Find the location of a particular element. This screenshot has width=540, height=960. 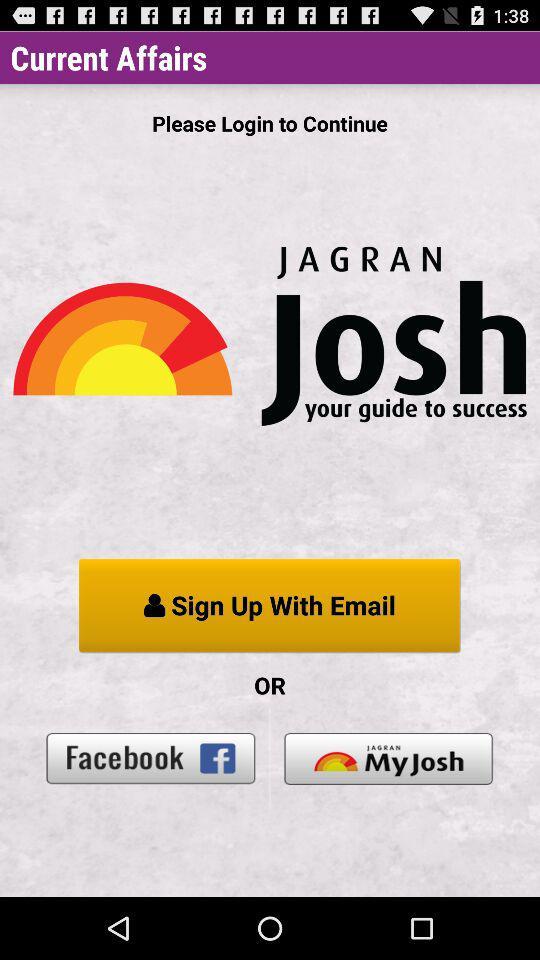

the icon at the bottom right corner is located at coordinates (388, 757).